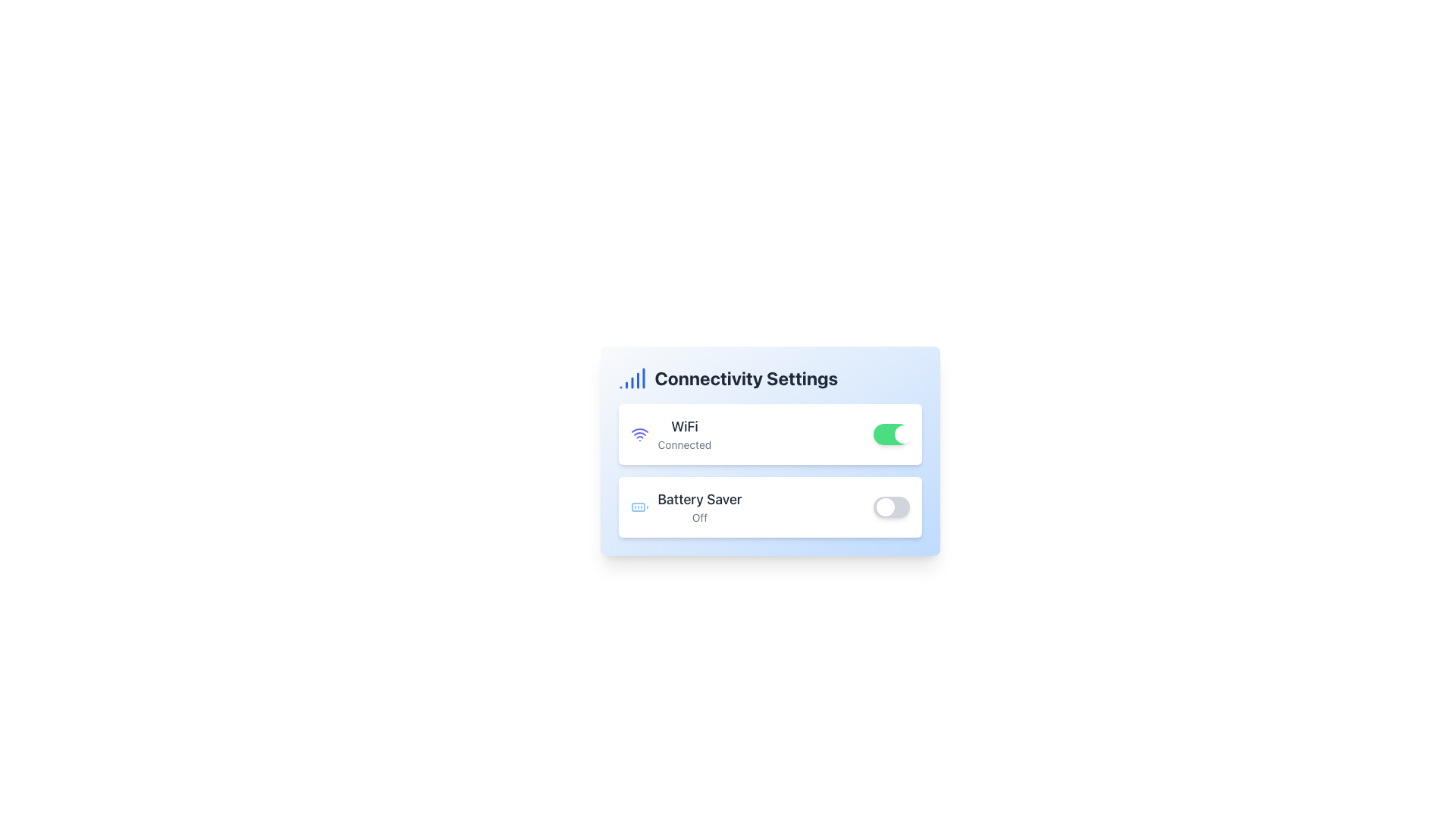 This screenshot has width=1456, height=819. What do you see at coordinates (770, 507) in the screenshot?
I see `the List Item with Toggle Component labeled 'Battery Saver'` at bounding box center [770, 507].